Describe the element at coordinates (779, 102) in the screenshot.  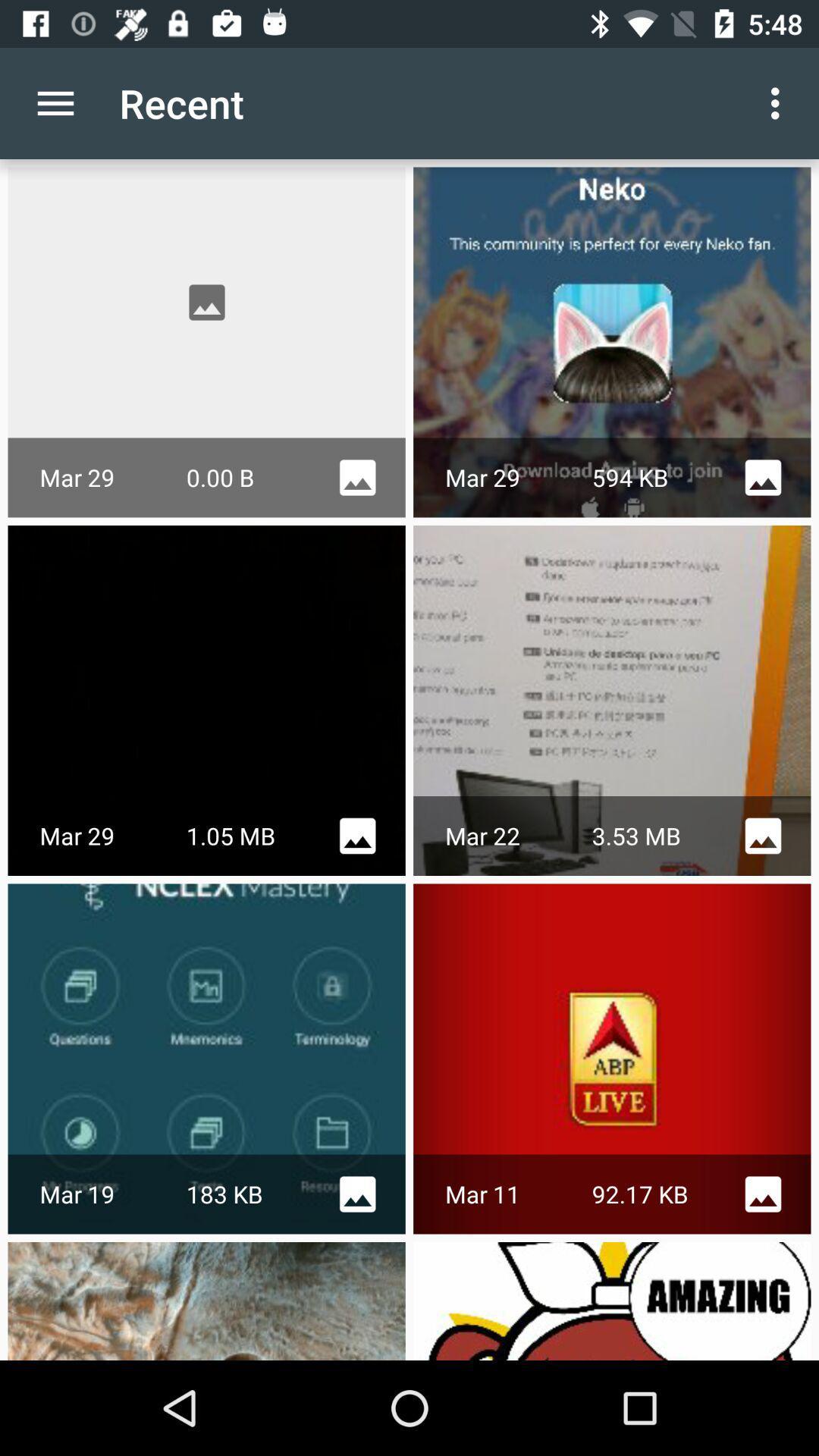
I see `the icon next to the recent app` at that location.